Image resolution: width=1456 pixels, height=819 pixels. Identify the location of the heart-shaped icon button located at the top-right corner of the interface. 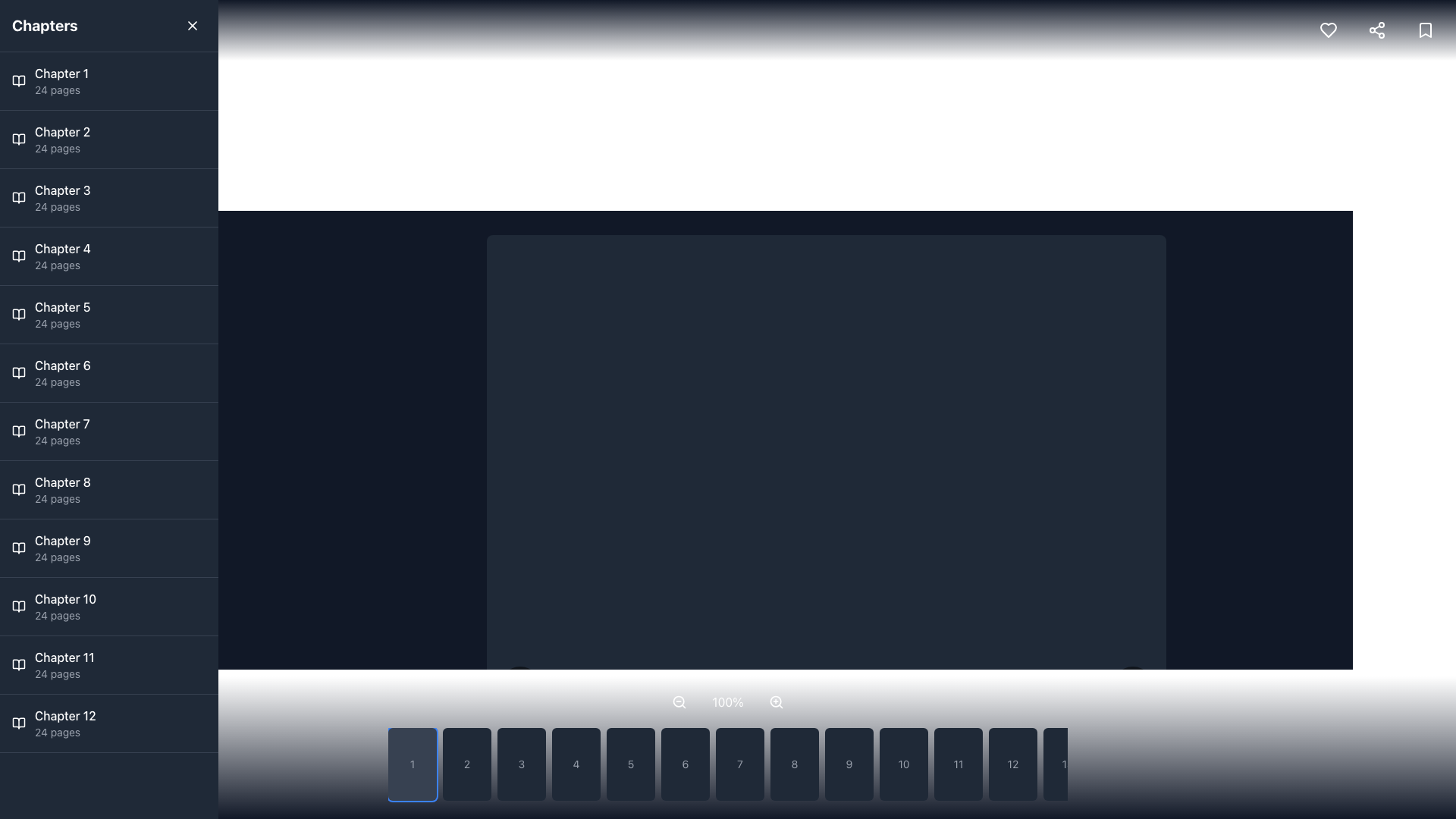
(1328, 30).